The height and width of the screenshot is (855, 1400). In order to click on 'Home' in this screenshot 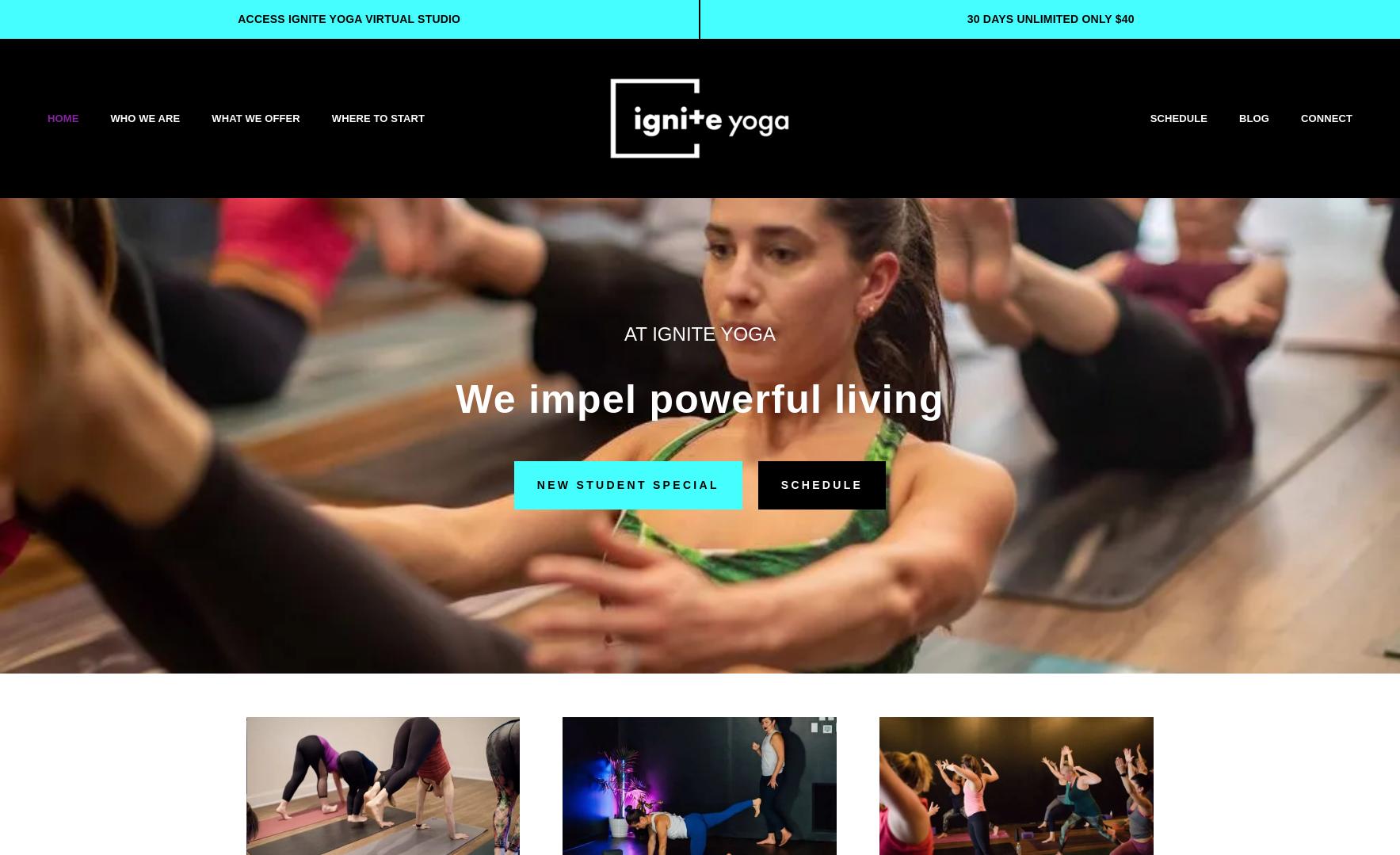, I will do `click(62, 116)`.